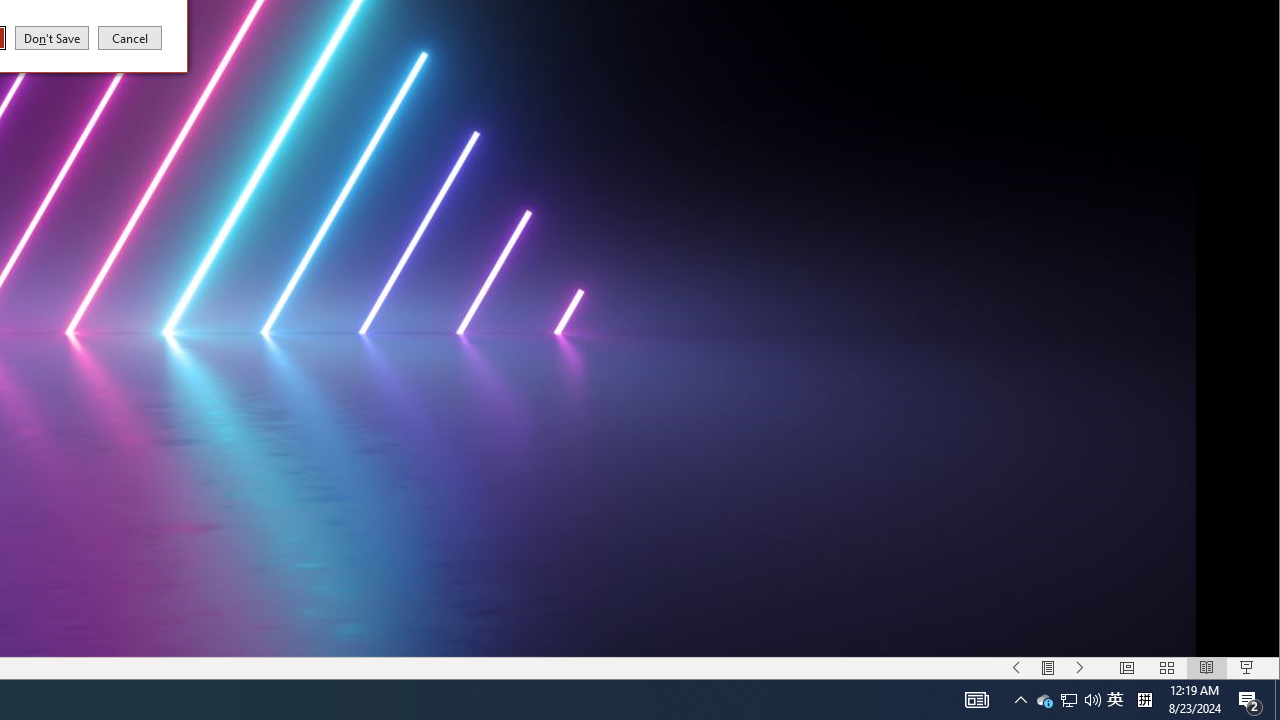 Image resolution: width=1280 pixels, height=720 pixels. What do you see at coordinates (1114, 698) in the screenshot?
I see `'Tray Input Indicator - Chinese (Simplified, China)'` at bounding box center [1114, 698].